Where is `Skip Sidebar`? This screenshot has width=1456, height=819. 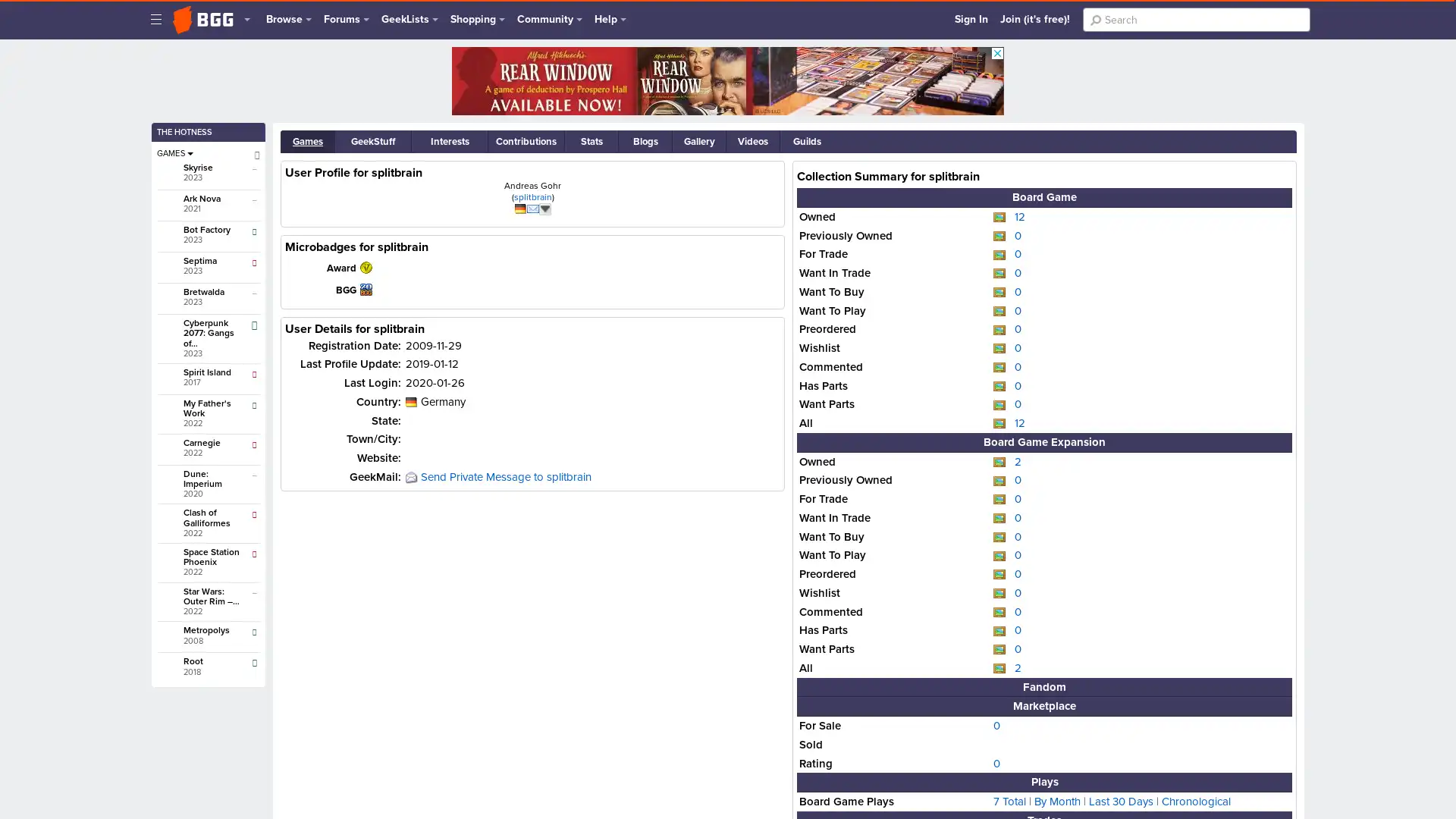
Skip Sidebar is located at coordinates (167, 64).